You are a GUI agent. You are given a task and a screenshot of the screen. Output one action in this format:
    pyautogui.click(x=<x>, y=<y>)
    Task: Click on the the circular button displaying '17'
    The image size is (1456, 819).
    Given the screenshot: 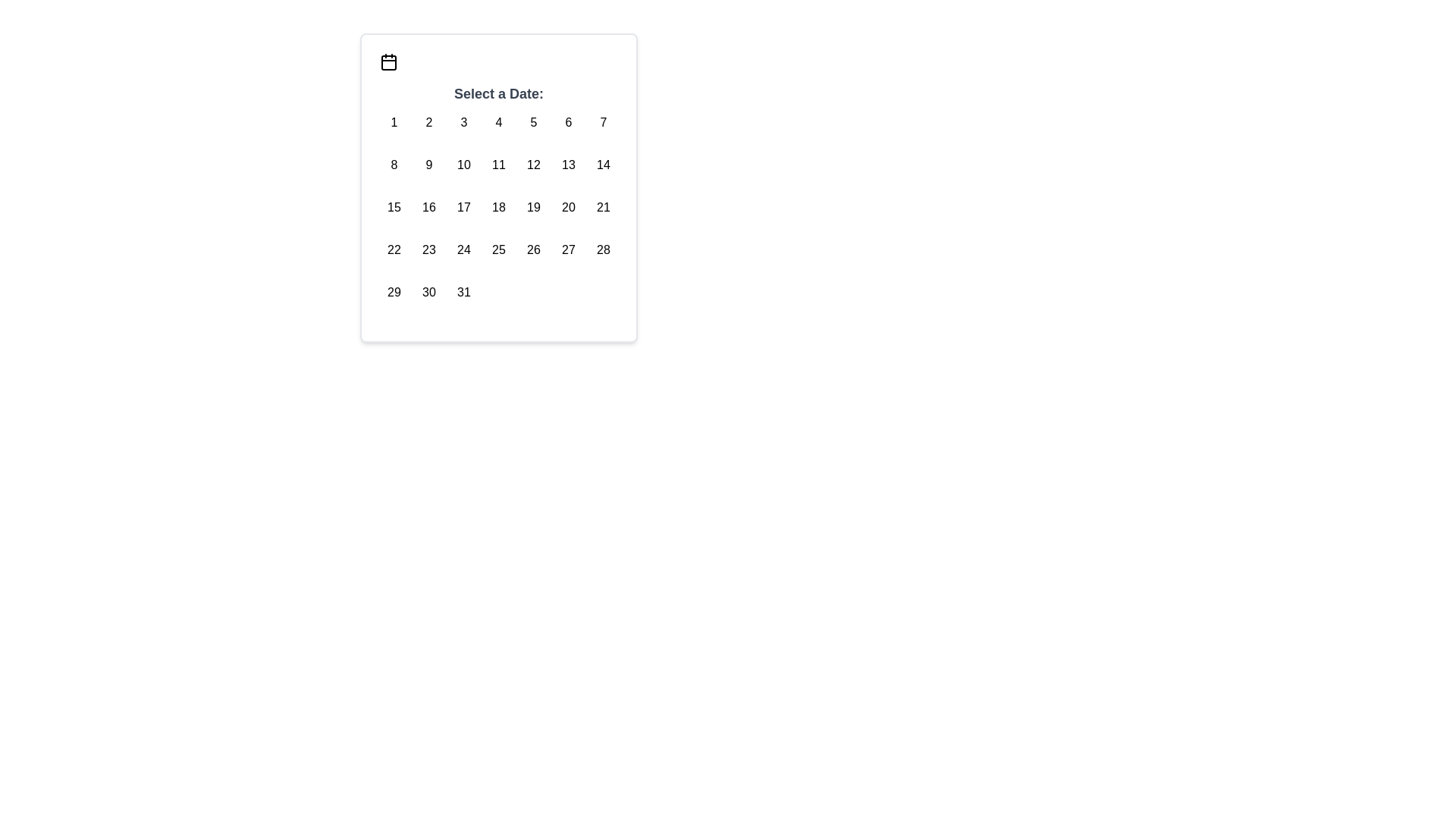 What is the action you would take?
    pyautogui.click(x=463, y=207)
    